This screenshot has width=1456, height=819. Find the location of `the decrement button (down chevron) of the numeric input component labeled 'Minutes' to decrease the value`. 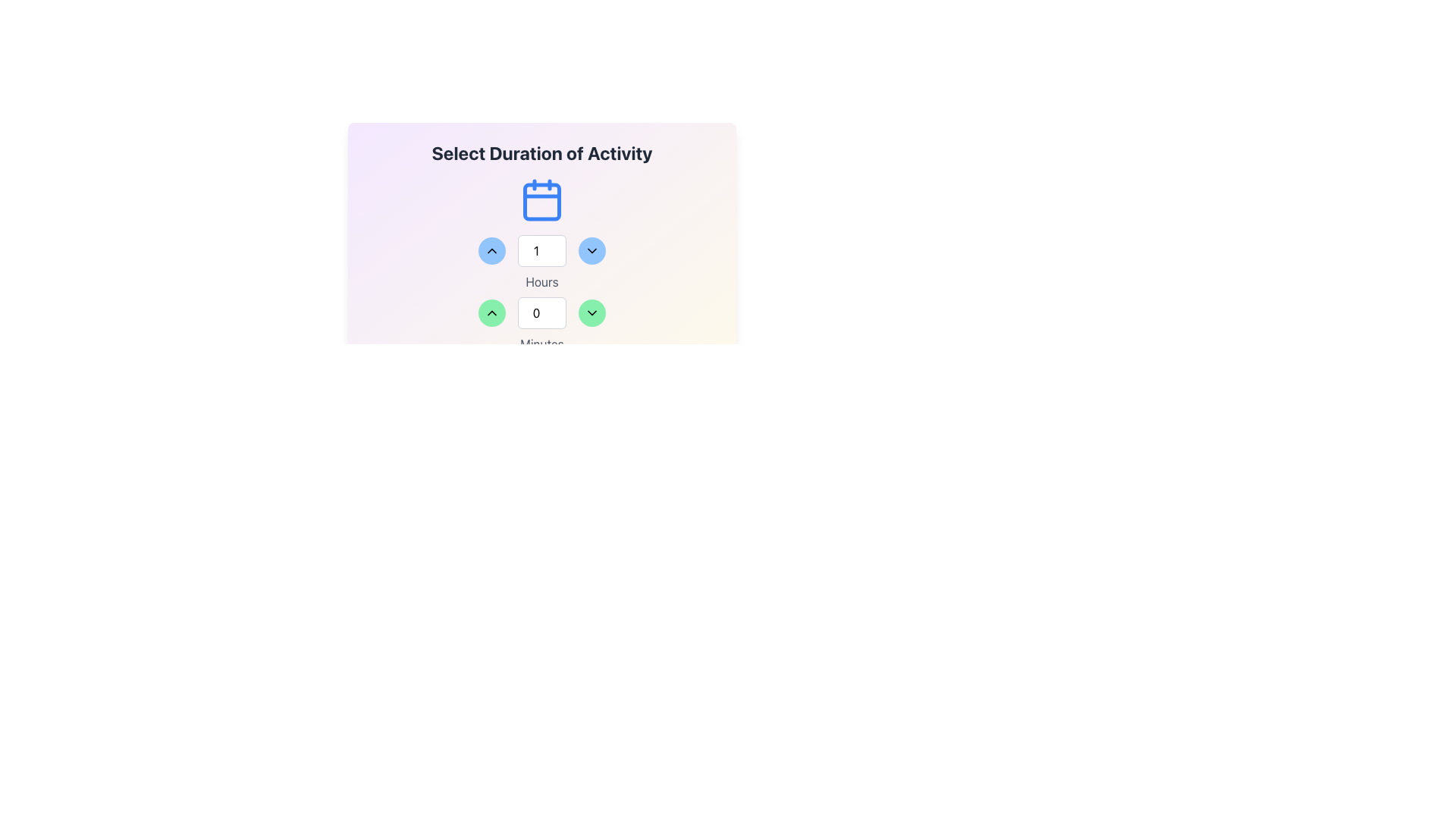

the decrement button (down chevron) of the numeric input component labeled 'Minutes' to decrease the value is located at coordinates (542, 312).